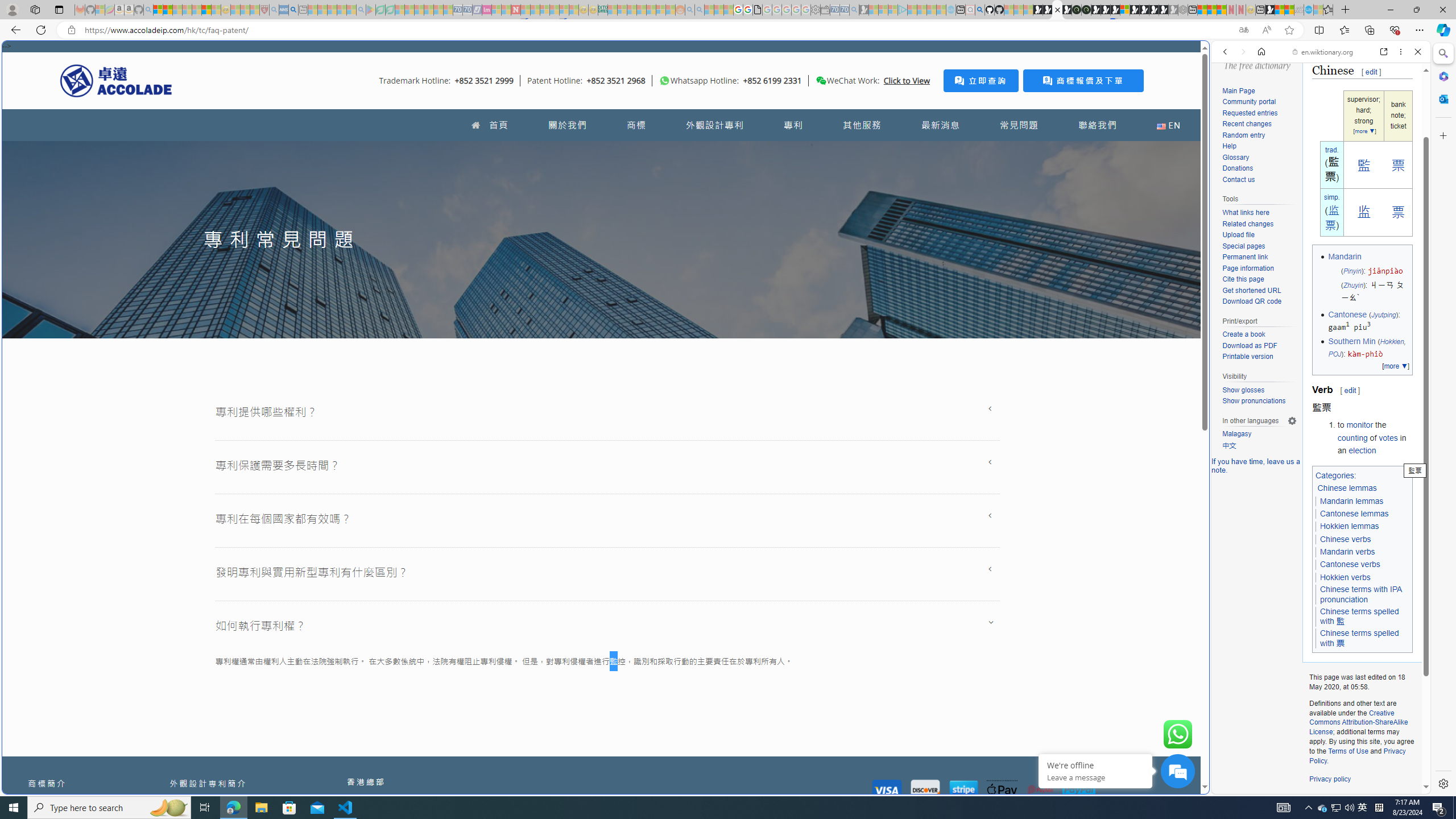  I want to click on 'Chinese terms with IPA pronunciation', so click(1360, 594).